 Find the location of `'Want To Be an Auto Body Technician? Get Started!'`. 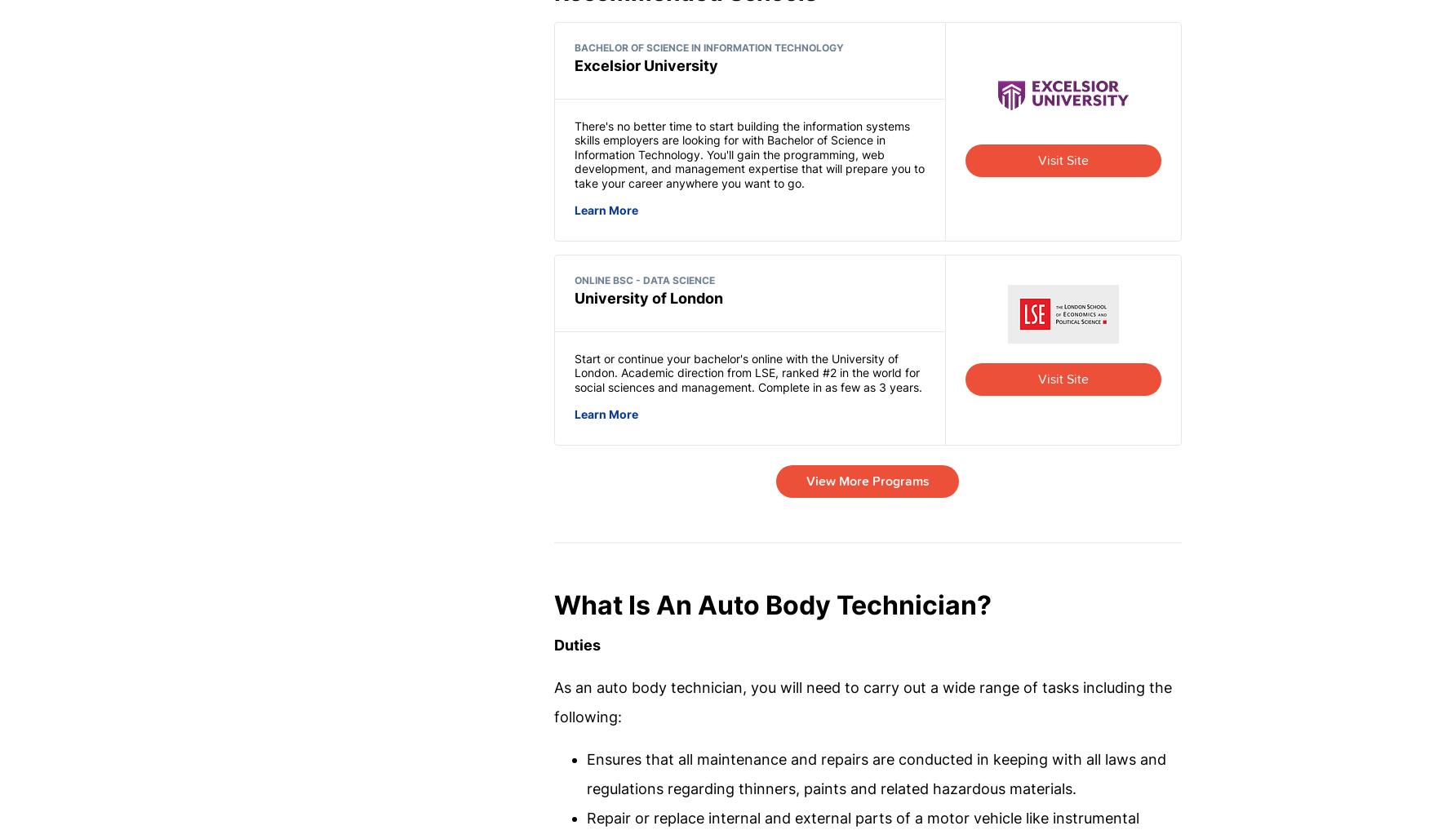

'Want To Be an Auto Body Technician? Get Started!' is located at coordinates (457, 285).